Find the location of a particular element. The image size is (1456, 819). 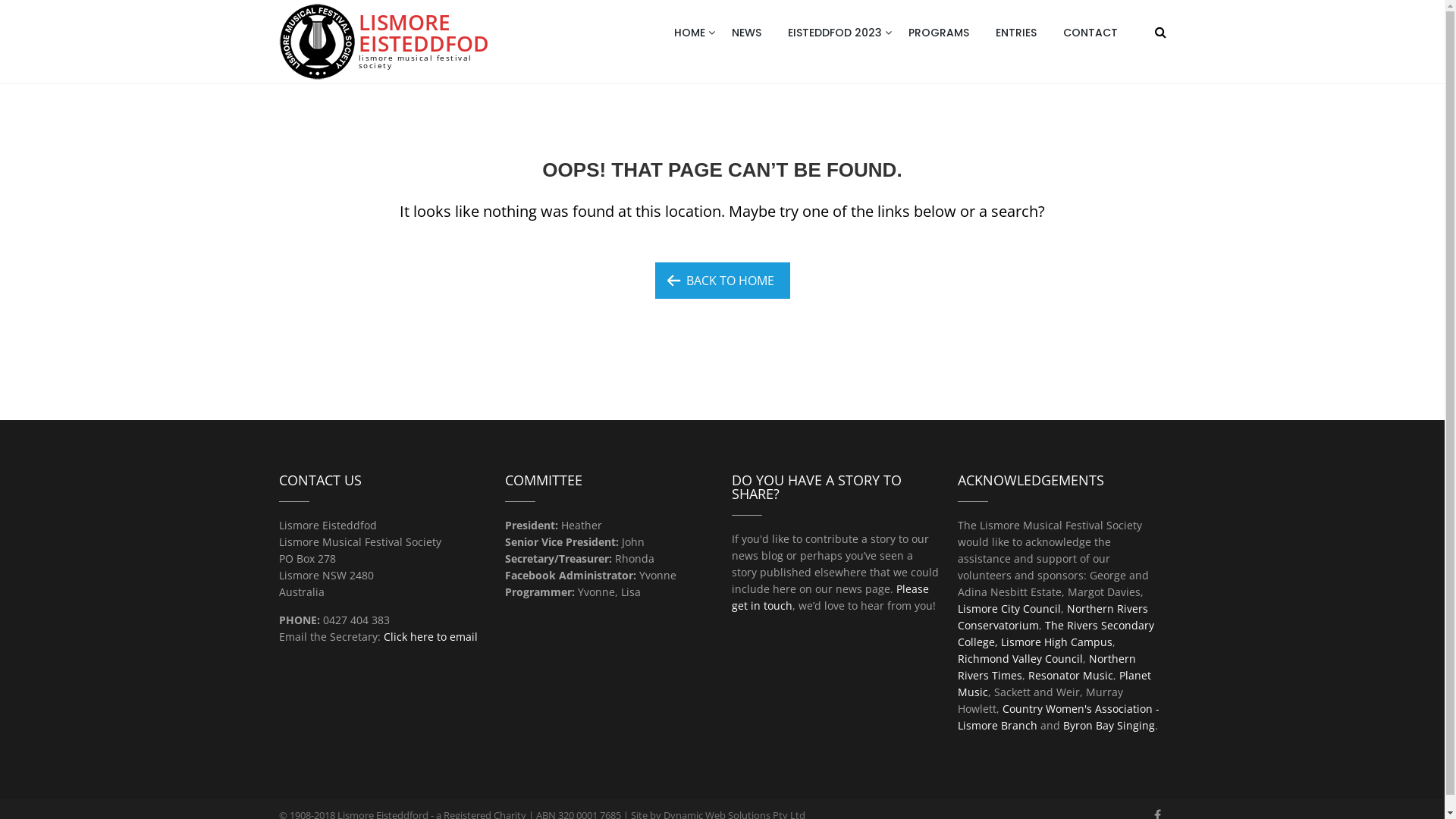

'ENTRIES' is located at coordinates (990, 32).